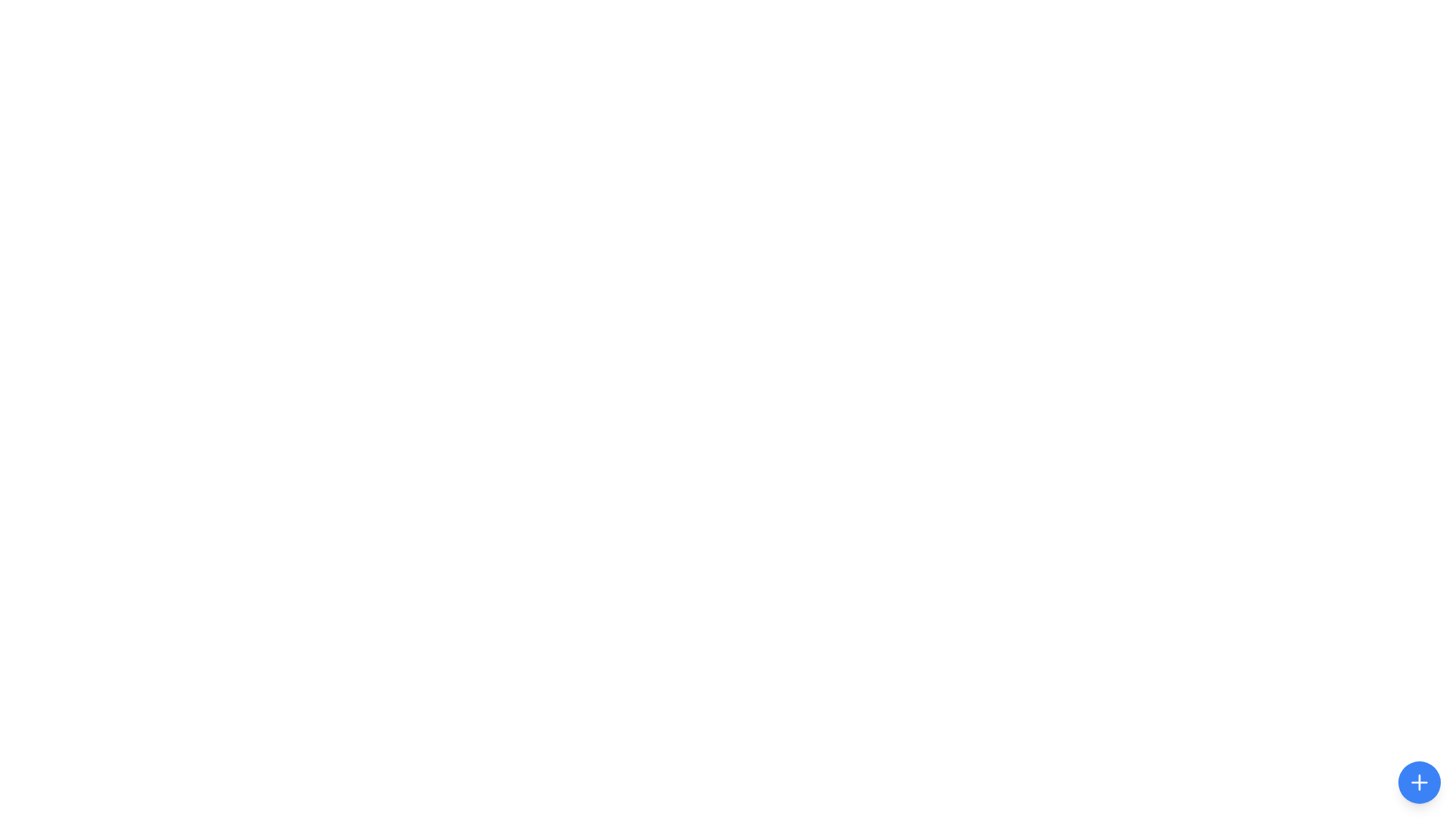 The image size is (1456, 819). What do you see at coordinates (1419, 783) in the screenshot?
I see `the blue circular button with a white cross symbol located at the bottom-right corner of the interface` at bounding box center [1419, 783].